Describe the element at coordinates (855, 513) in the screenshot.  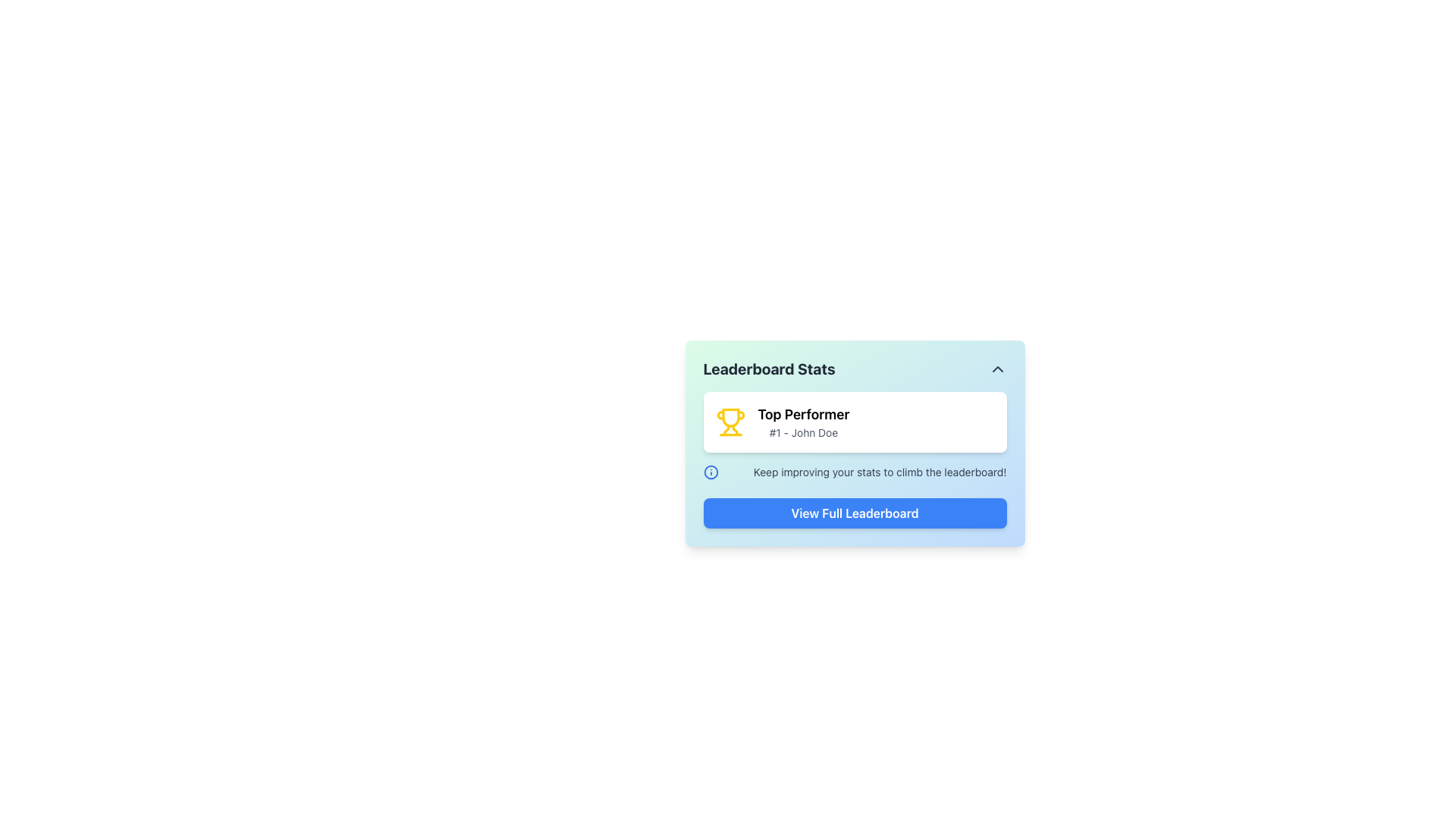
I see `the medium-sized rectangular button with a blue background and white text labeled 'View Full Leaderboard'` at that location.